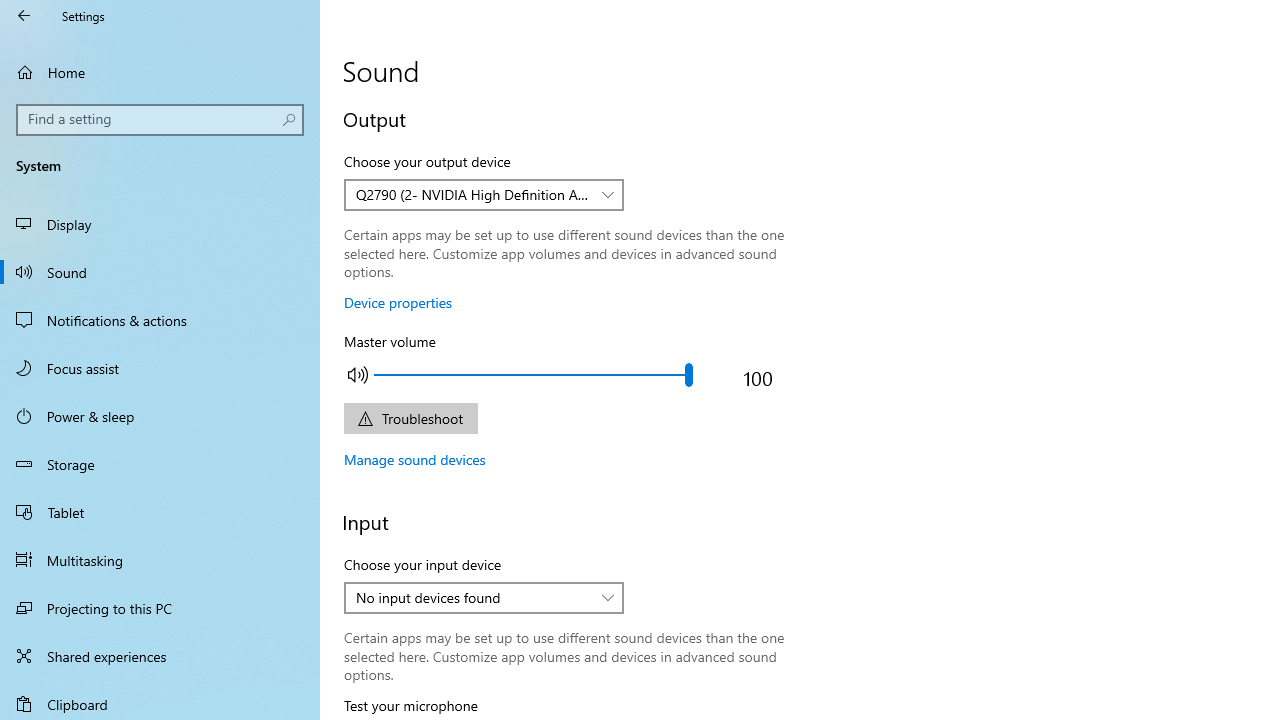 The height and width of the screenshot is (720, 1280). Describe the element at coordinates (358, 374) in the screenshot. I see `'Mute master volume'` at that location.